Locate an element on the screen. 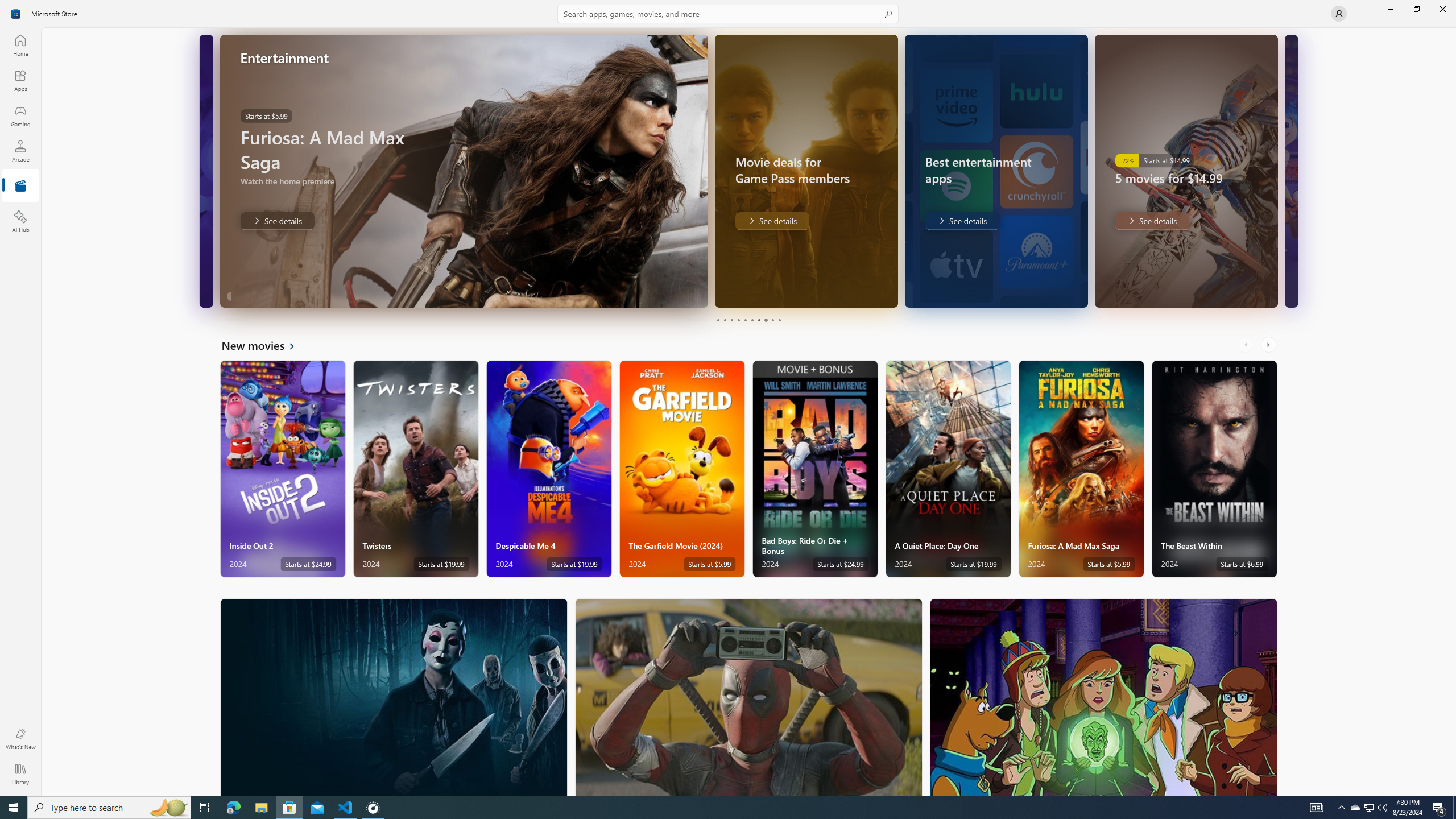 The height and width of the screenshot is (819, 1456). 'Page 10' is located at coordinates (779, 320).